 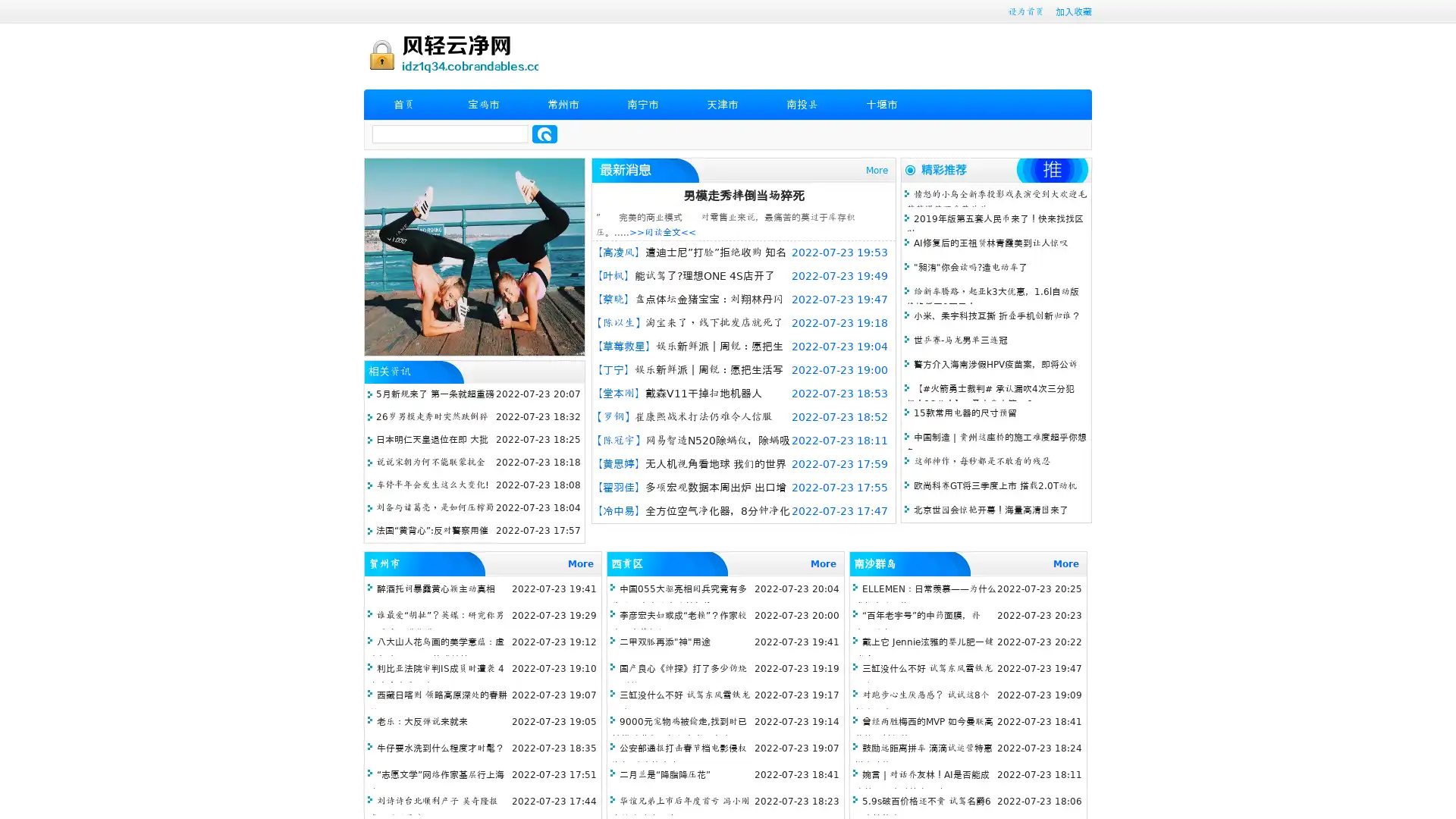 I want to click on Search, so click(x=544, y=133).